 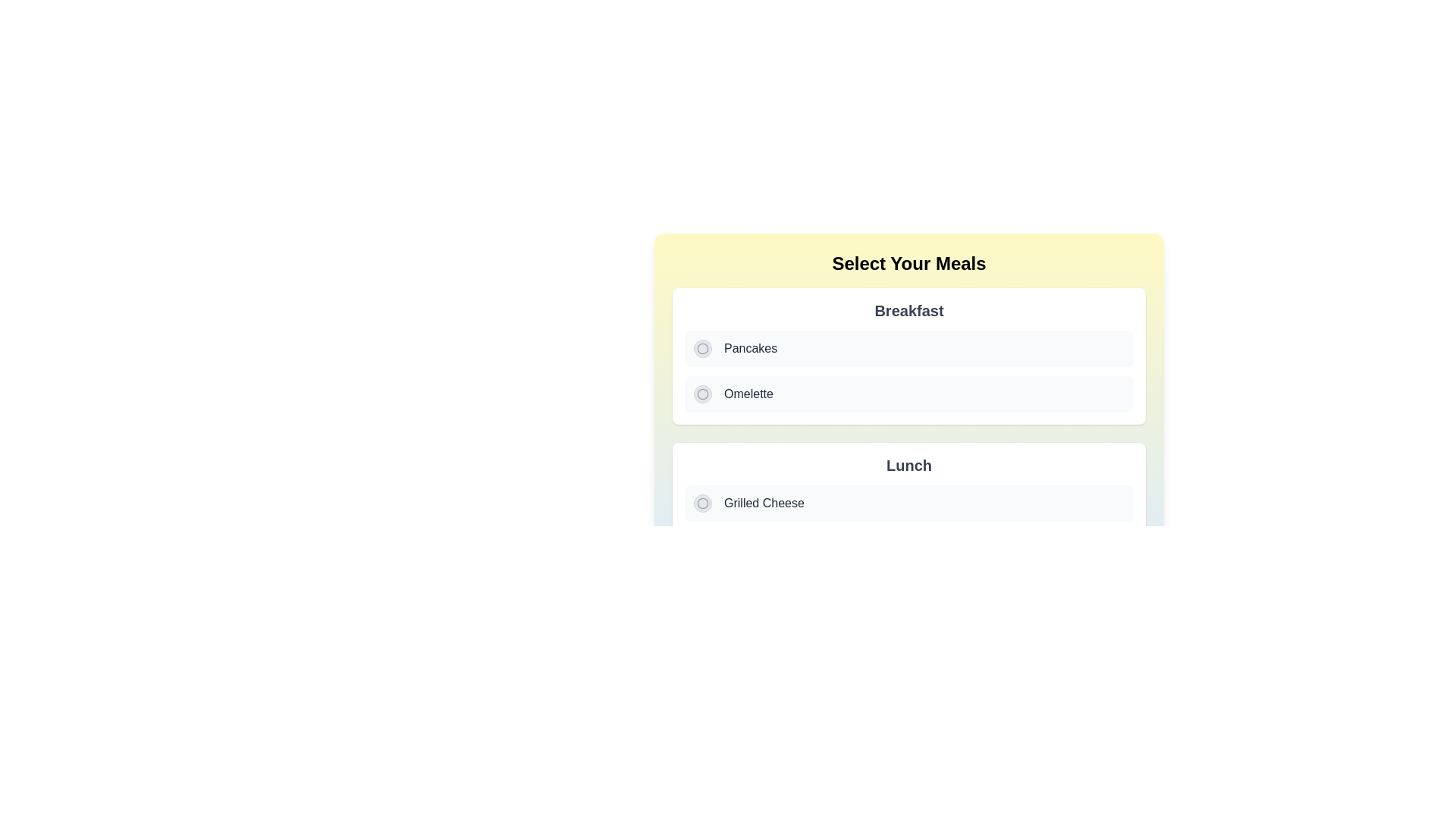 What do you see at coordinates (909, 511) in the screenshot?
I see `the 'Grilled Cheese' option within the 'Lunch' card, which features a white background, rounded corners, and a shadow effect, located in the lower half of the interface` at bounding box center [909, 511].